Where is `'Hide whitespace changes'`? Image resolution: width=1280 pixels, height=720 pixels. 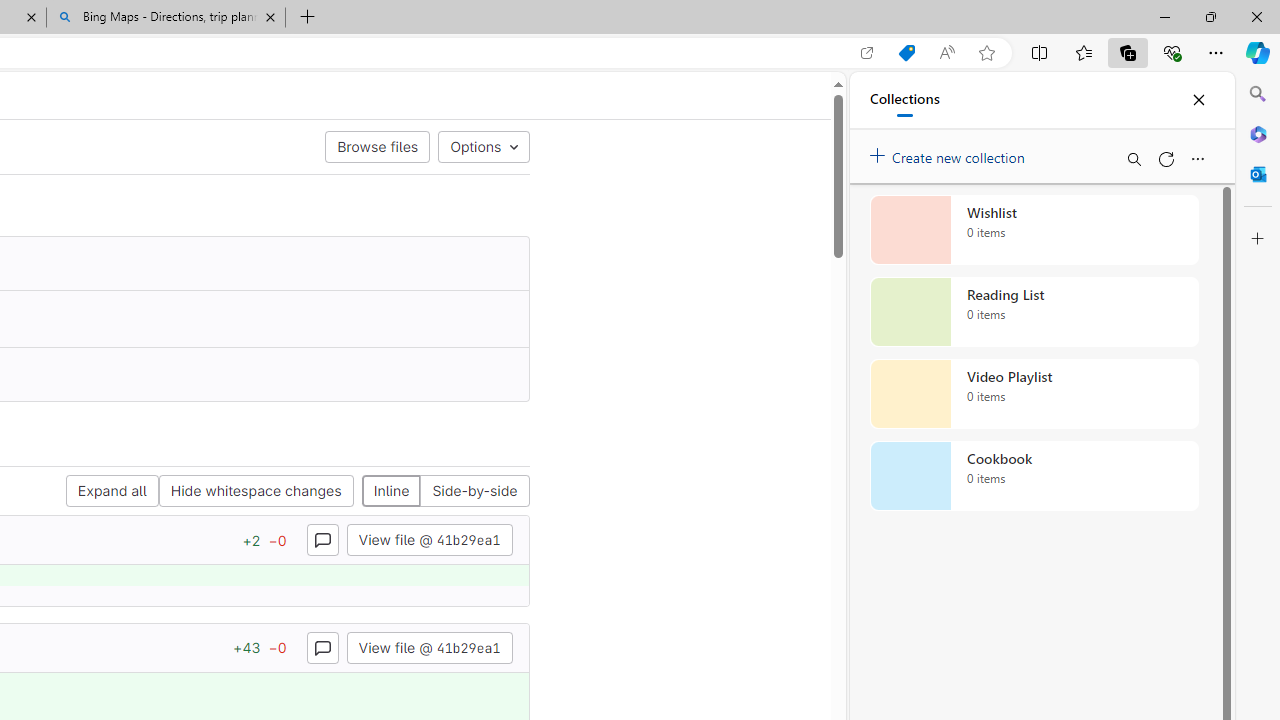 'Hide whitespace changes' is located at coordinates (255, 491).